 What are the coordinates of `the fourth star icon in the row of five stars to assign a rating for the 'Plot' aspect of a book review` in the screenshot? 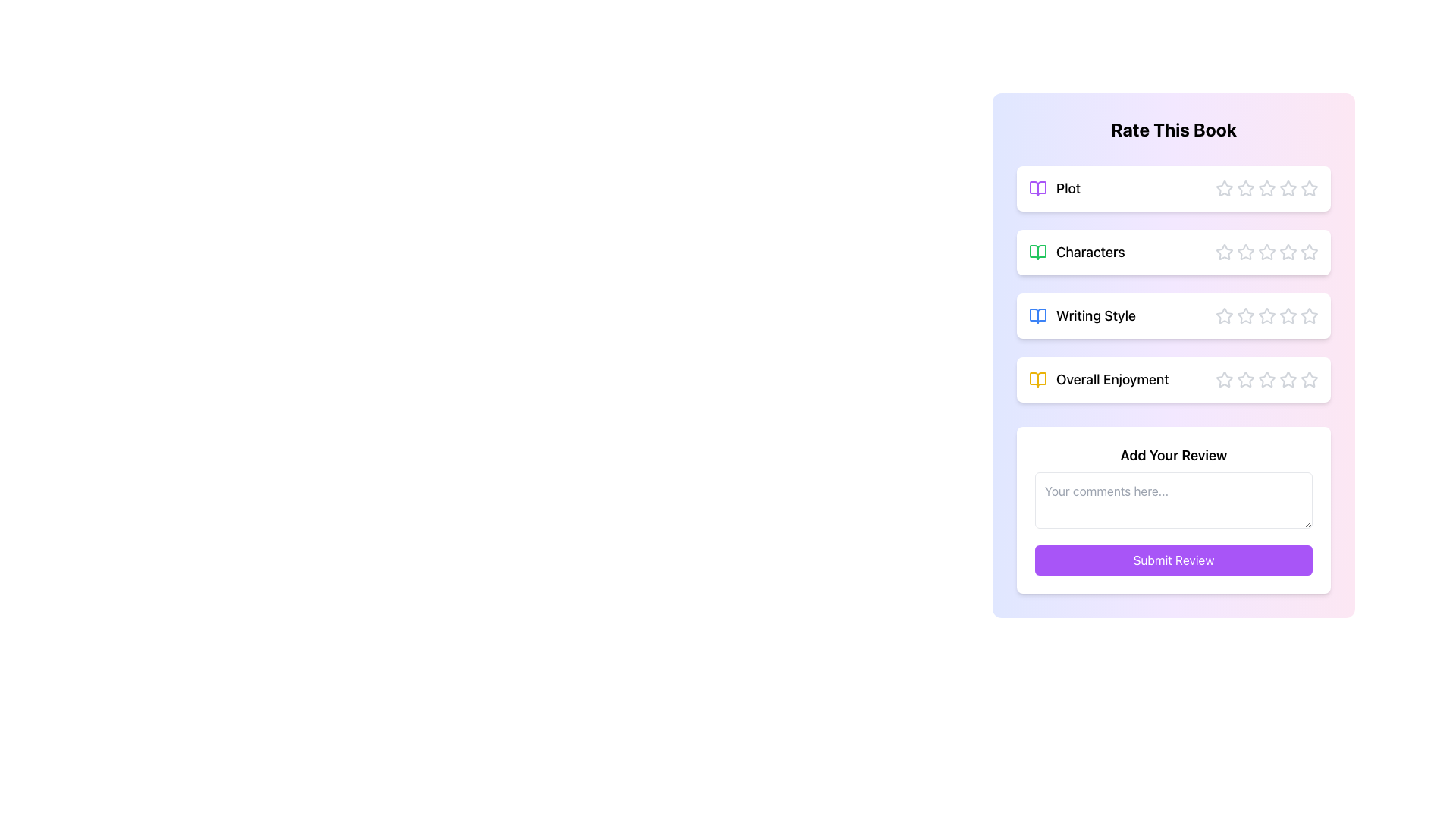 It's located at (1287, 187).